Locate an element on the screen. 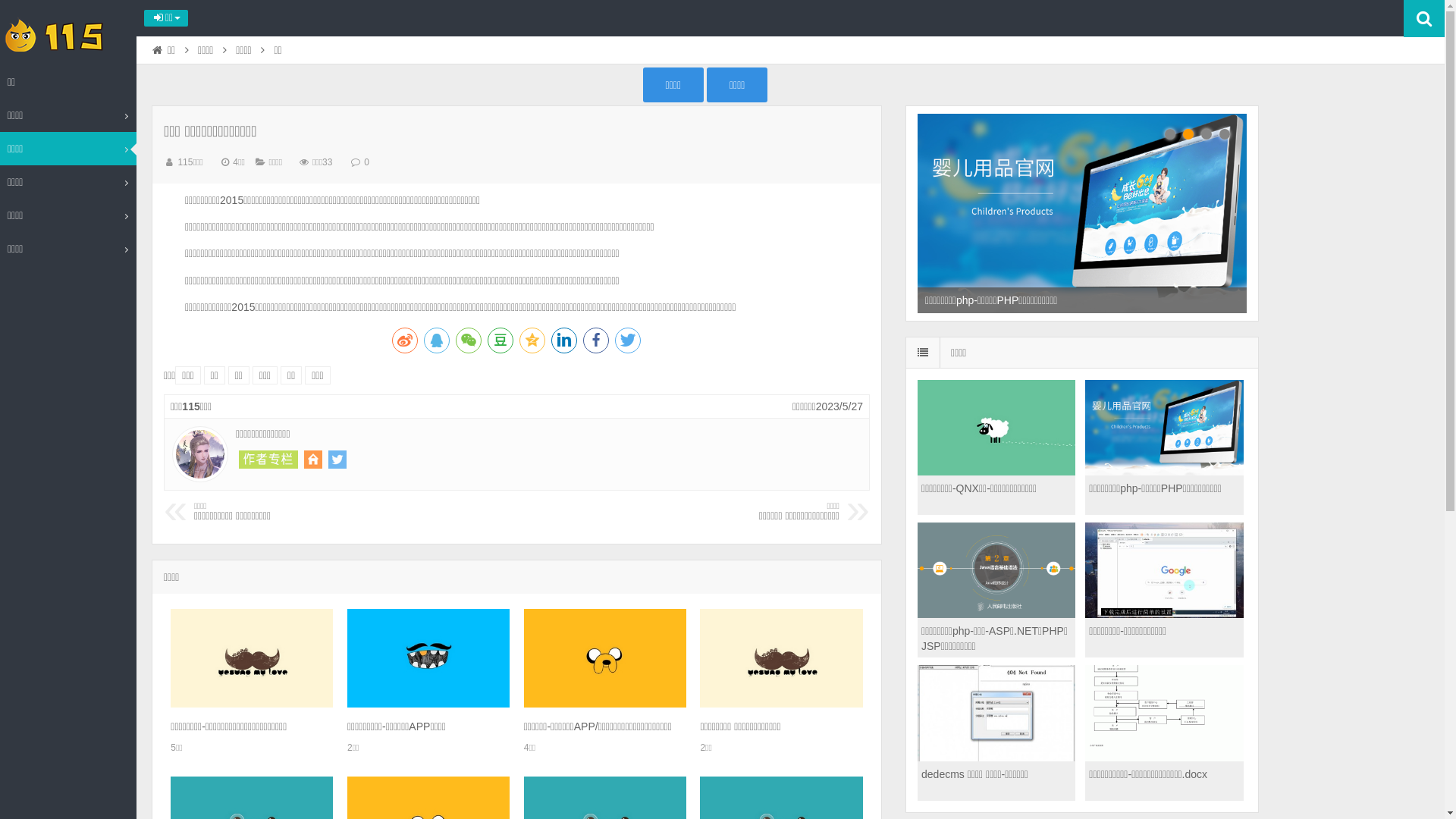 Image resolution: width=1456 pixels, height=819 pixels. '0' is located at coordinates (366, 162).